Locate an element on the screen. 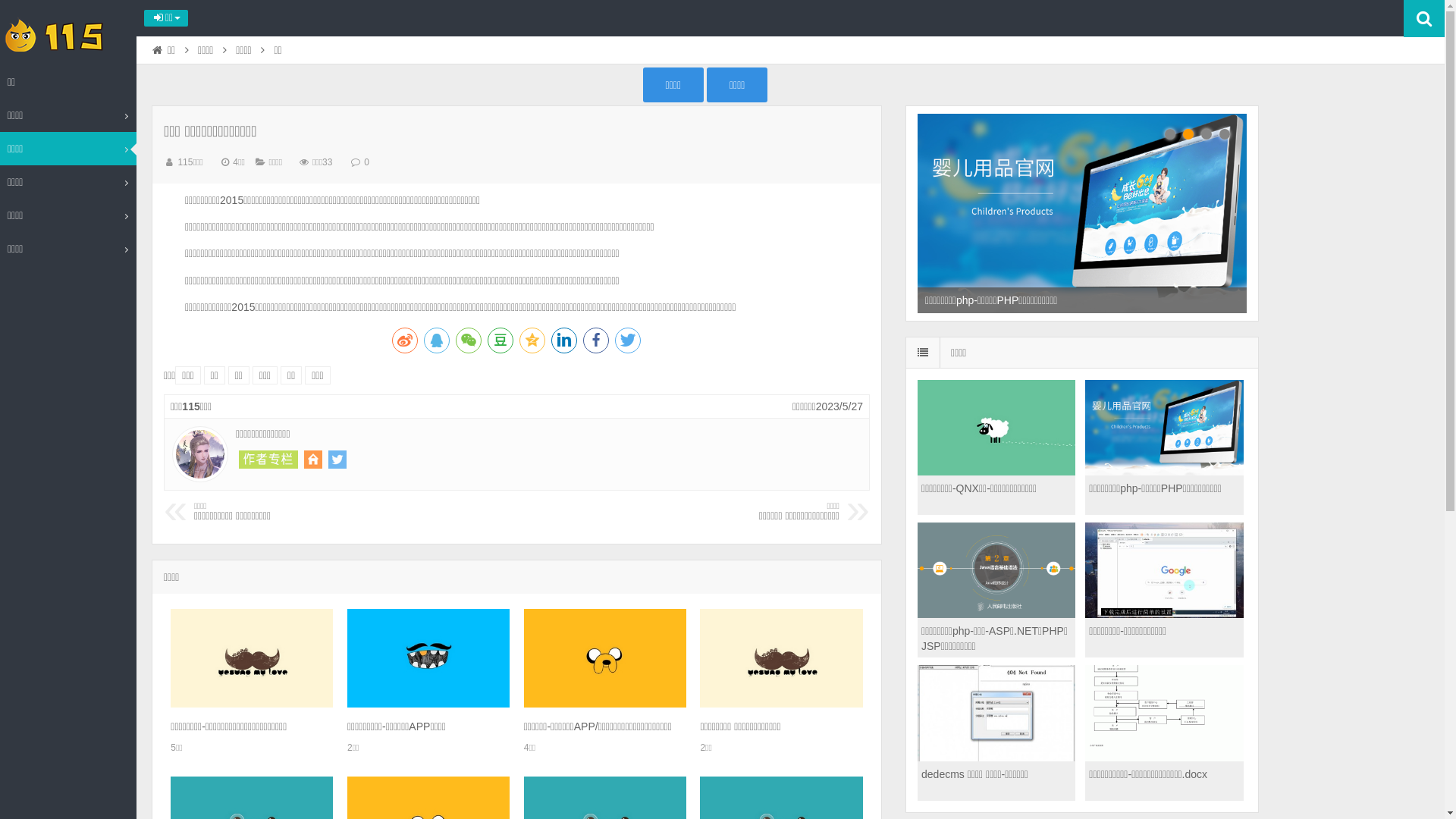 Image resolution: width=1456 pixels, height=819 pixels. '0' is located at coordinates (366, 162).